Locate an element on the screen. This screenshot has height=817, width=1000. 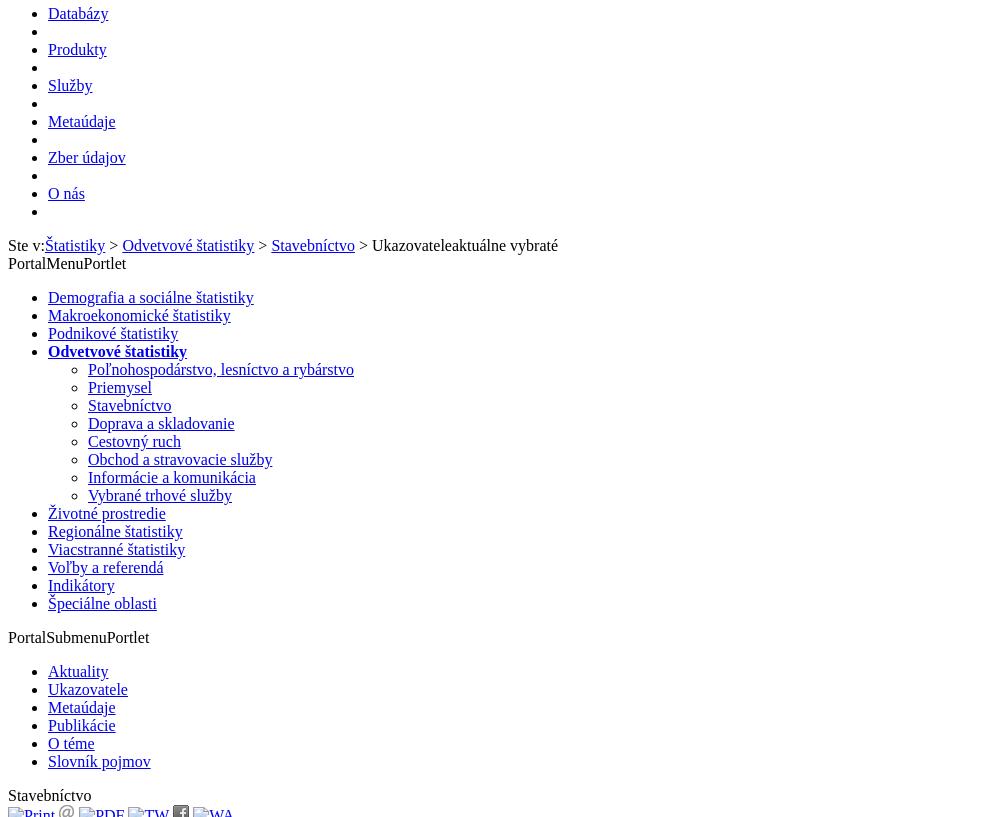
'Obchod a stravovacie služby' is located at coordinates (180, 459).